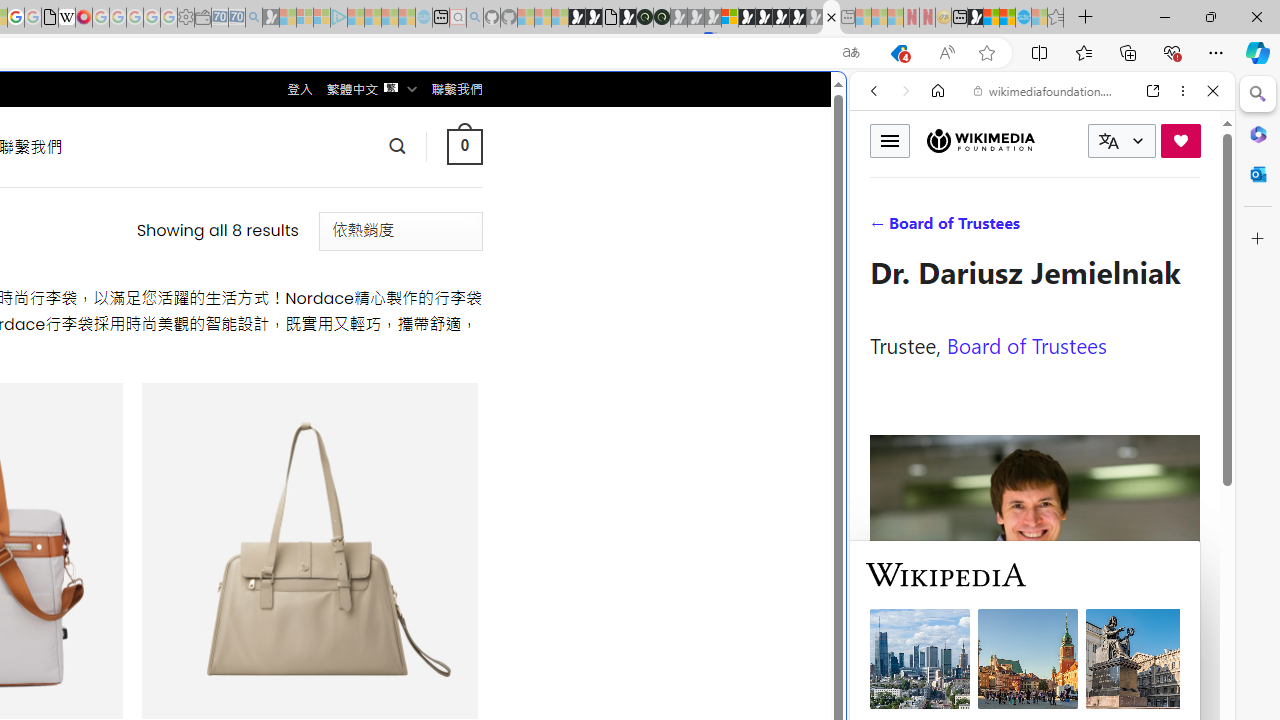 This screenshot has width=1280, height=720. What do you see at coordinates (1108, 140) in the screenshot?
I see `'Class: i icon icon-translate language-switcher__icon'` at bounding box center [1108, 140].